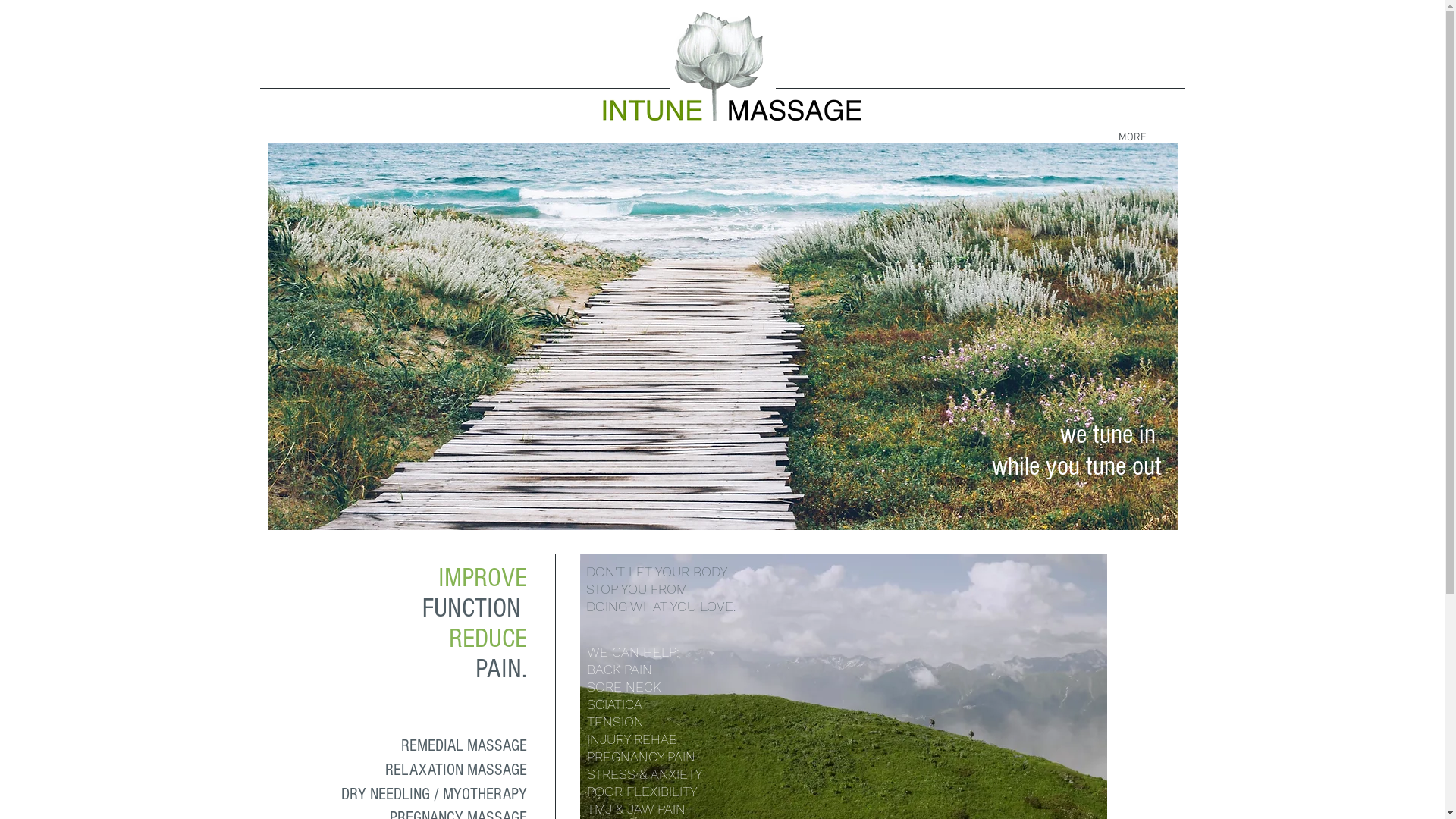  Describe the element at coordinates (670, 808) in the screenshot. I see `'PAIN'` at that location.